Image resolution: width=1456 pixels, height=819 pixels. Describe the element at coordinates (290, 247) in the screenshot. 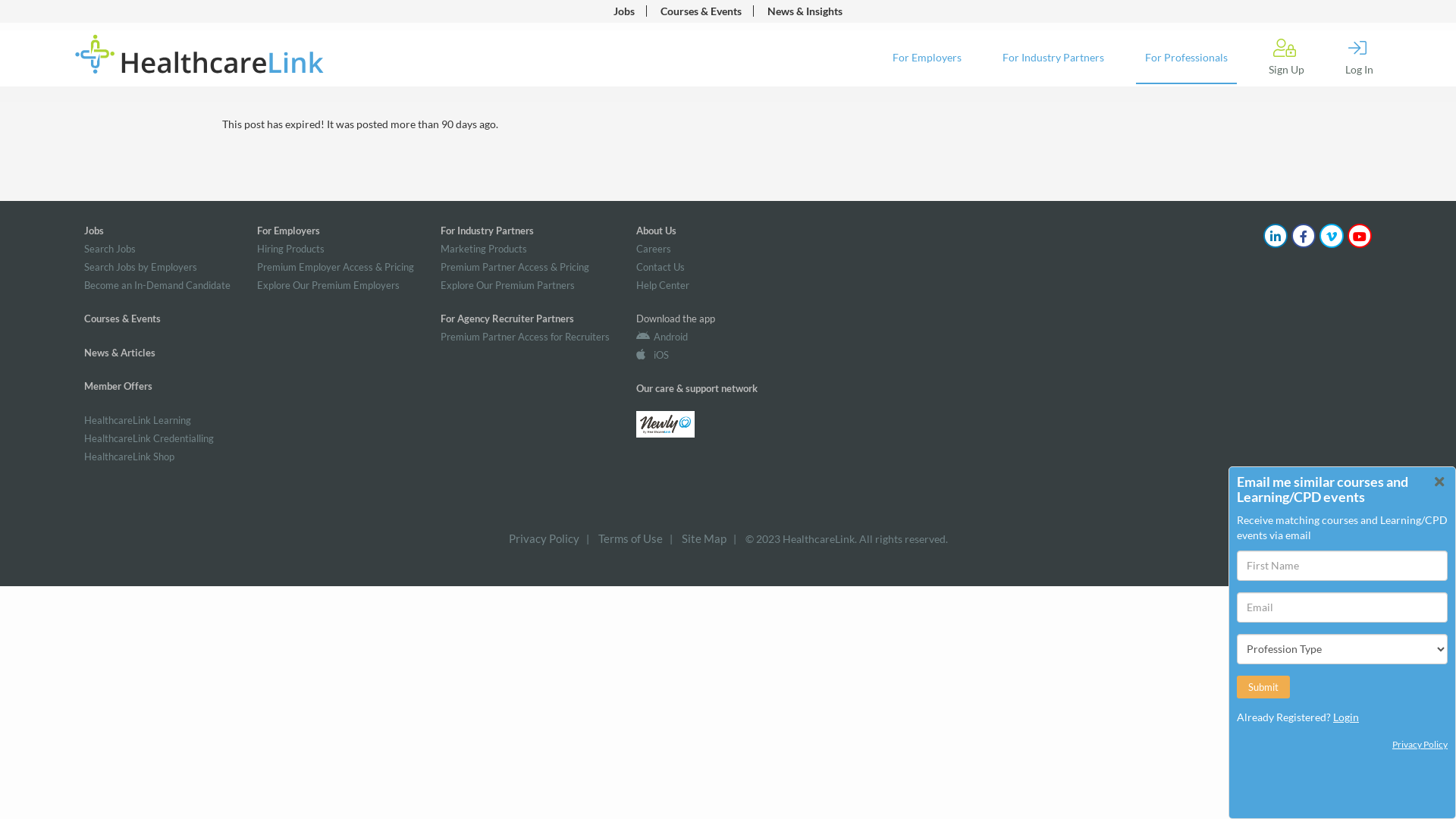

I see `'Hiring Products'` at that location.